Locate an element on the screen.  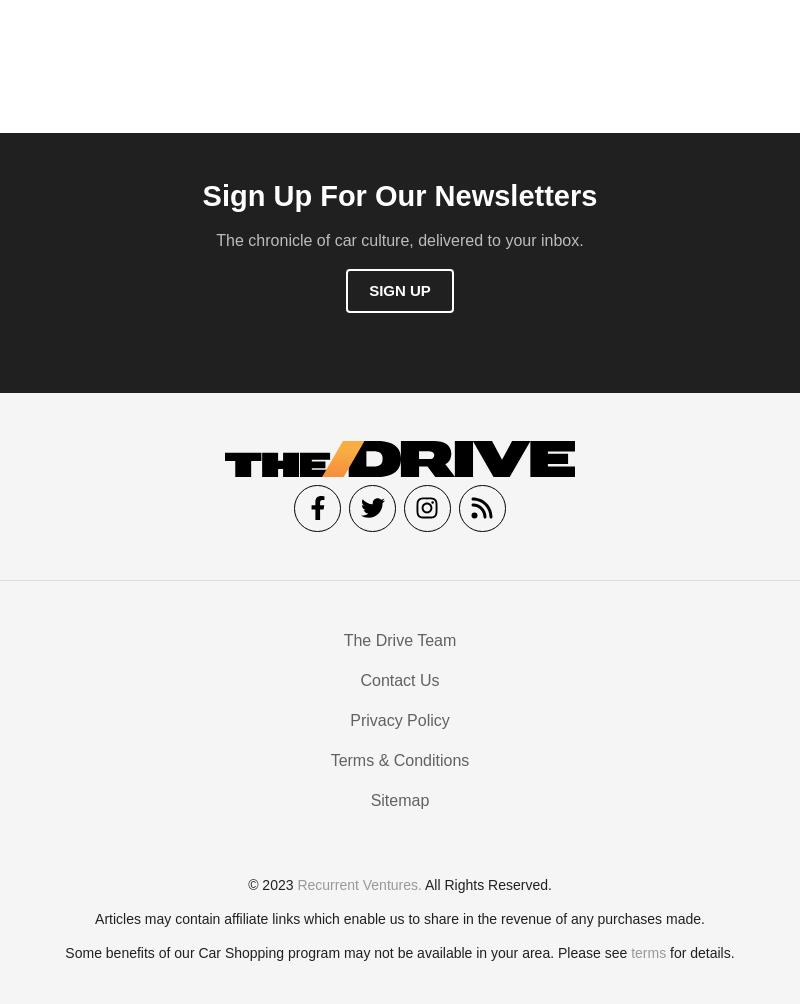
'Terms & Conditions' is located at coordinates (398, 765).